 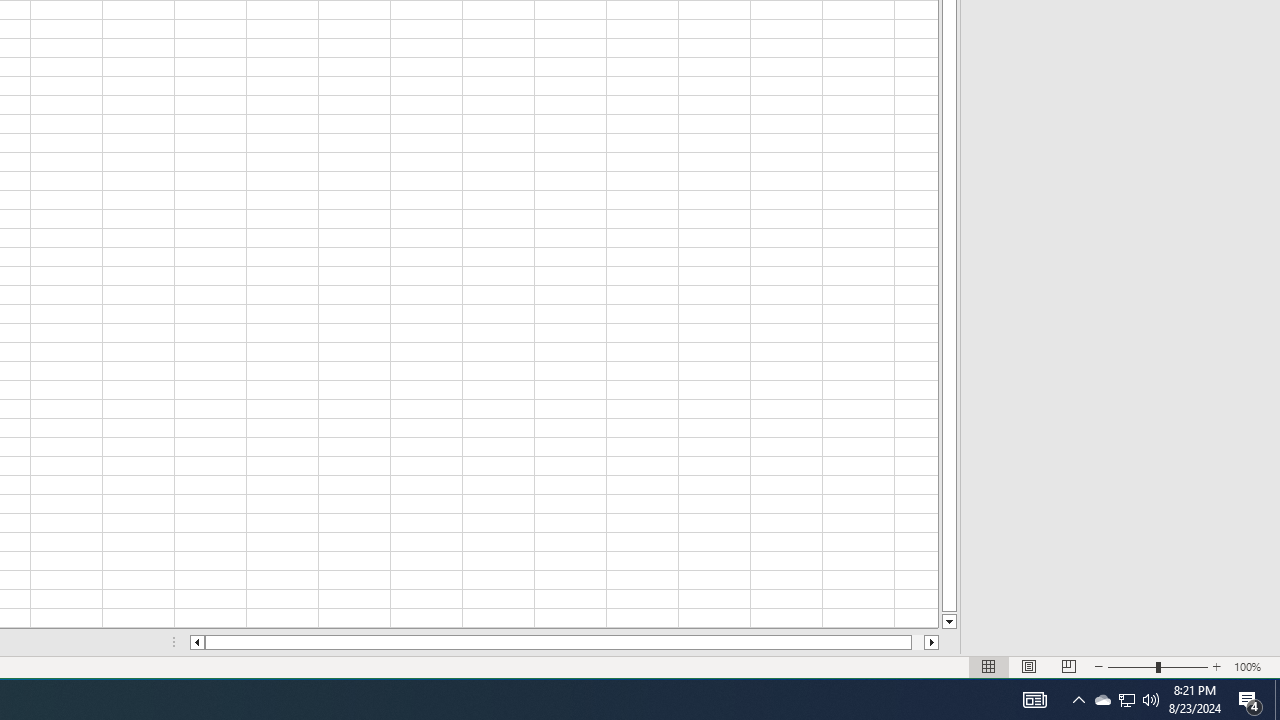 I want to click on 'Column right', so click(x=931, y=642).